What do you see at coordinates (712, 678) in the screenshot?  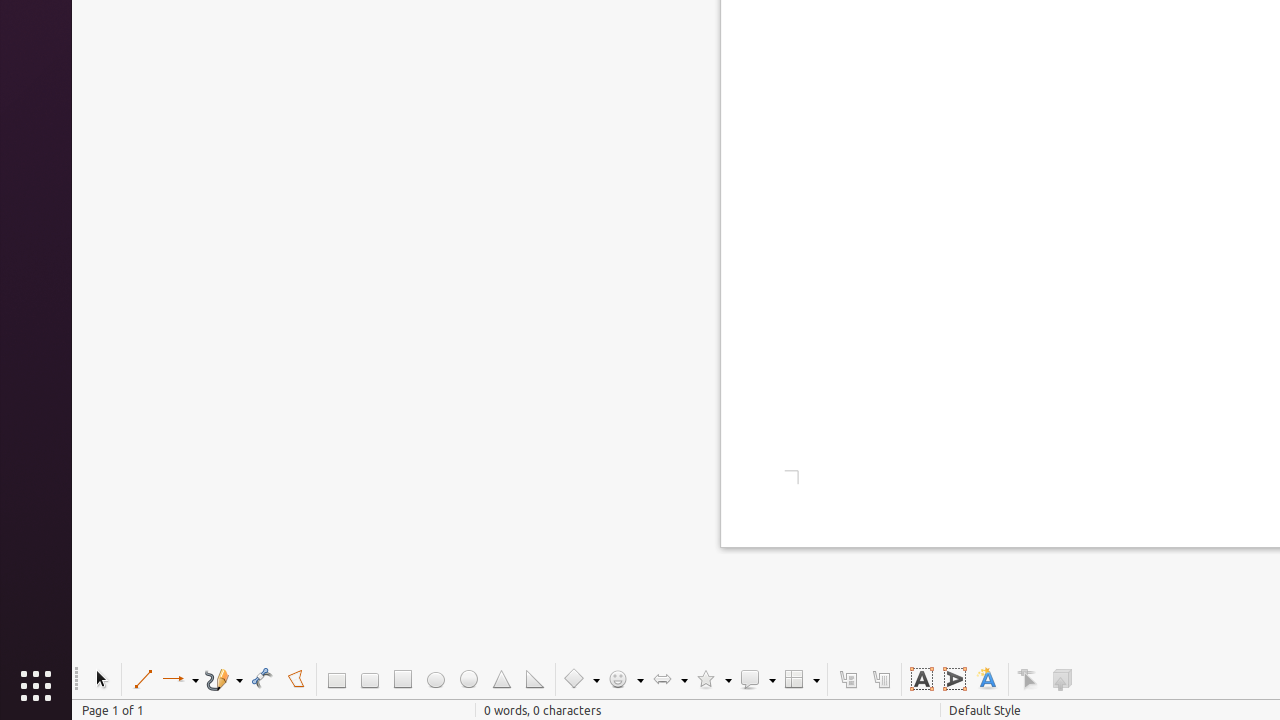 I see `'Star Shapes'` at bounding box center [712, 678].